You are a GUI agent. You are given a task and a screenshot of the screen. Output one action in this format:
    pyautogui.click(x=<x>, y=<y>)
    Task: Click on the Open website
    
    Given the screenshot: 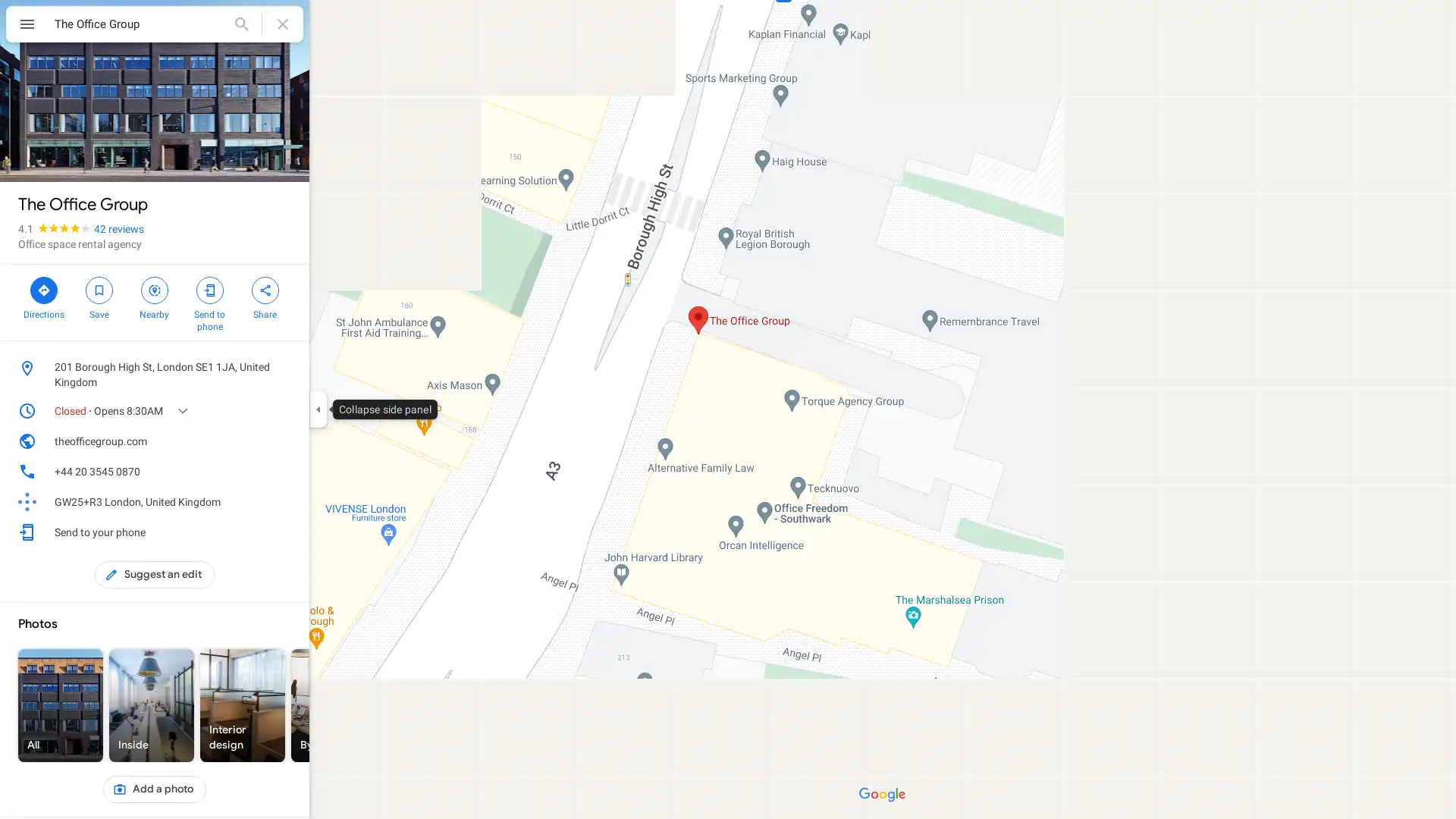 What is the action you would take?
    pyautogui.click(x=261, y=441)
    